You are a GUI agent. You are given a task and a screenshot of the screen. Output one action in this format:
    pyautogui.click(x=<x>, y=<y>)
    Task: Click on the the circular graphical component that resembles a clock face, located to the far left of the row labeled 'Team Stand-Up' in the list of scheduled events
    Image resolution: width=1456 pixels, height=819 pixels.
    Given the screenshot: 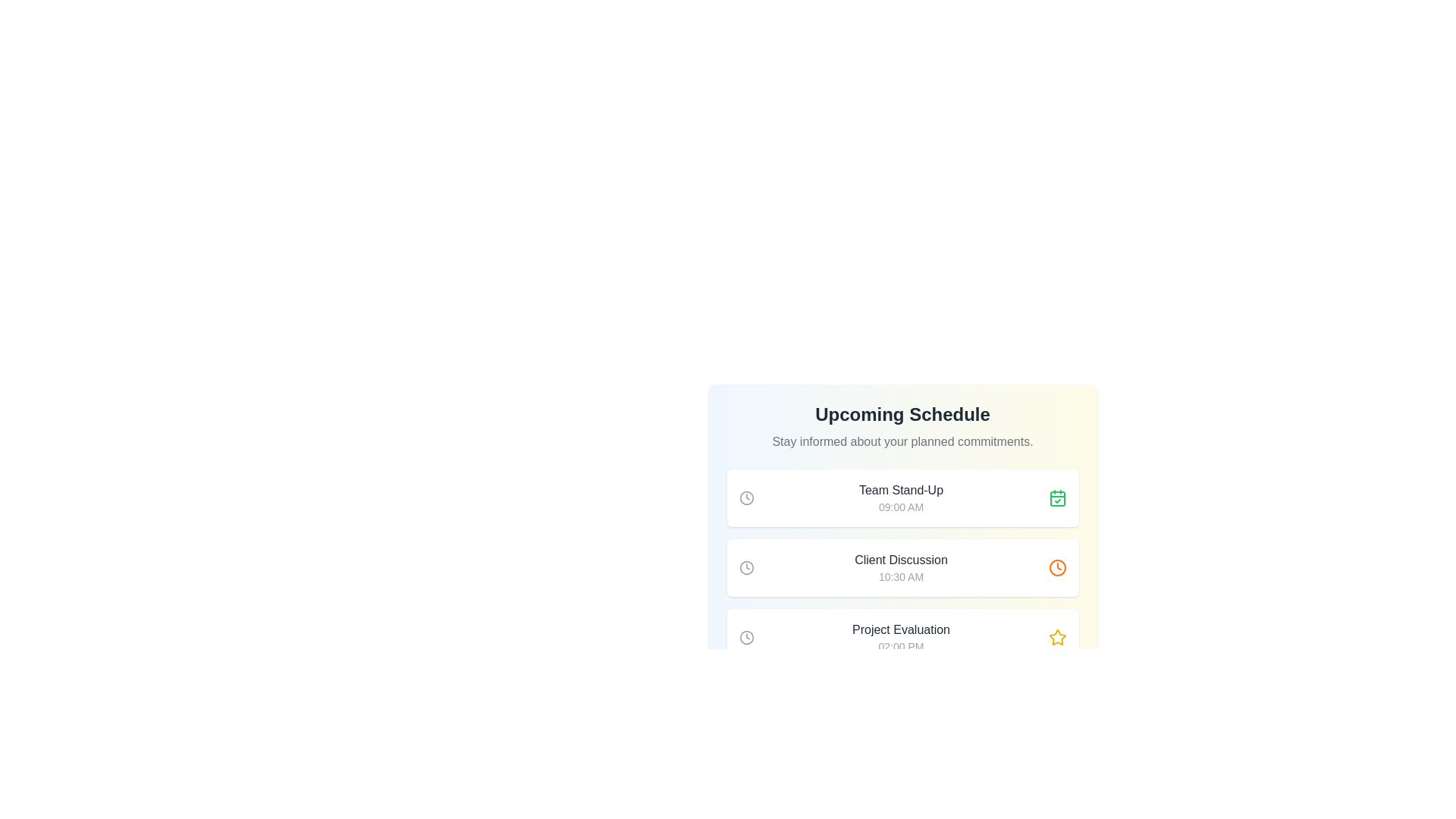 What is the action you would take?
    pyautogui.click(x=746, y=497)
    